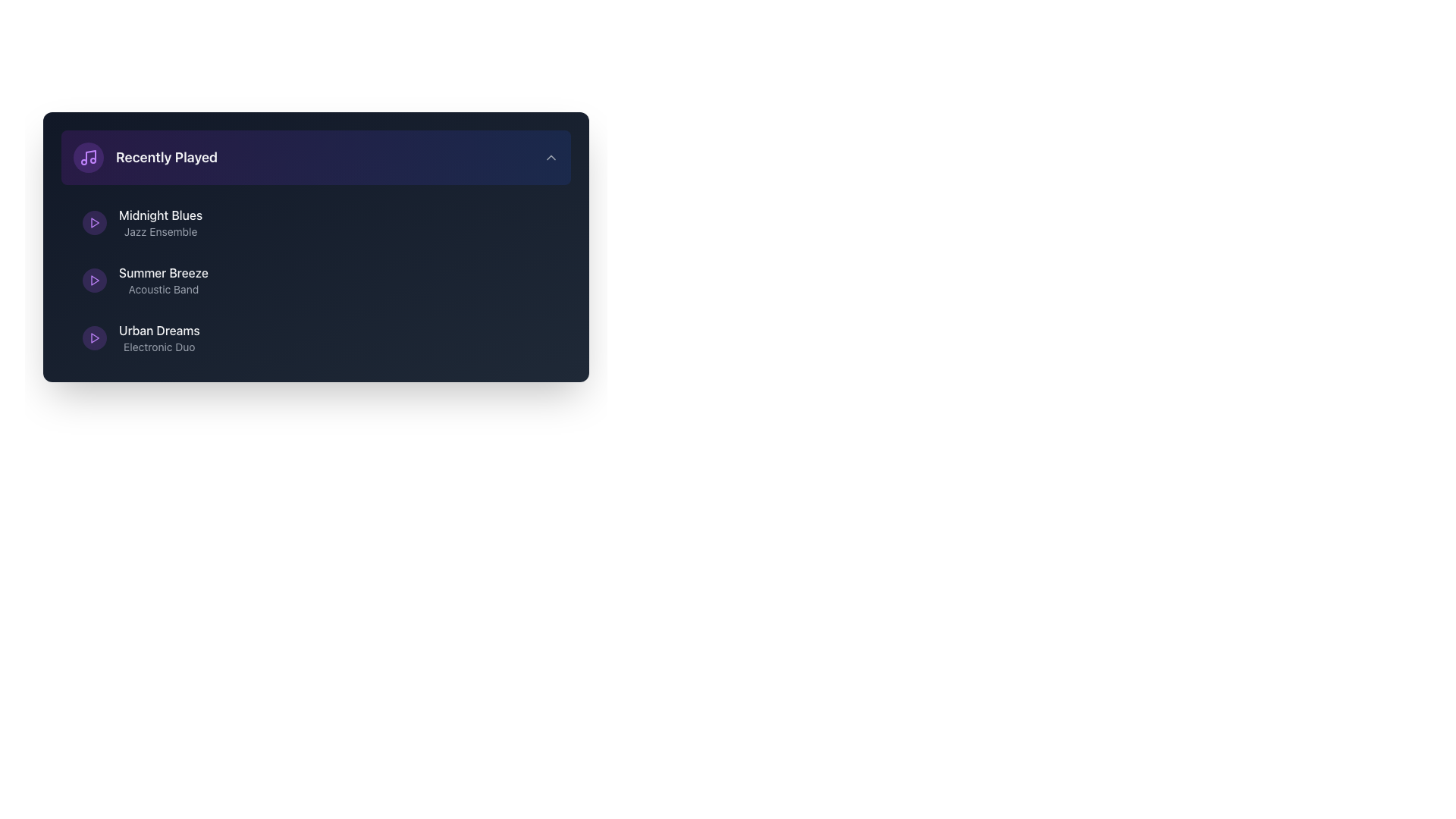  I want to click on the play button located to the left of the text group containing 'Midnight Blues' and 'Jazz Ensemble', so click(93, 222).